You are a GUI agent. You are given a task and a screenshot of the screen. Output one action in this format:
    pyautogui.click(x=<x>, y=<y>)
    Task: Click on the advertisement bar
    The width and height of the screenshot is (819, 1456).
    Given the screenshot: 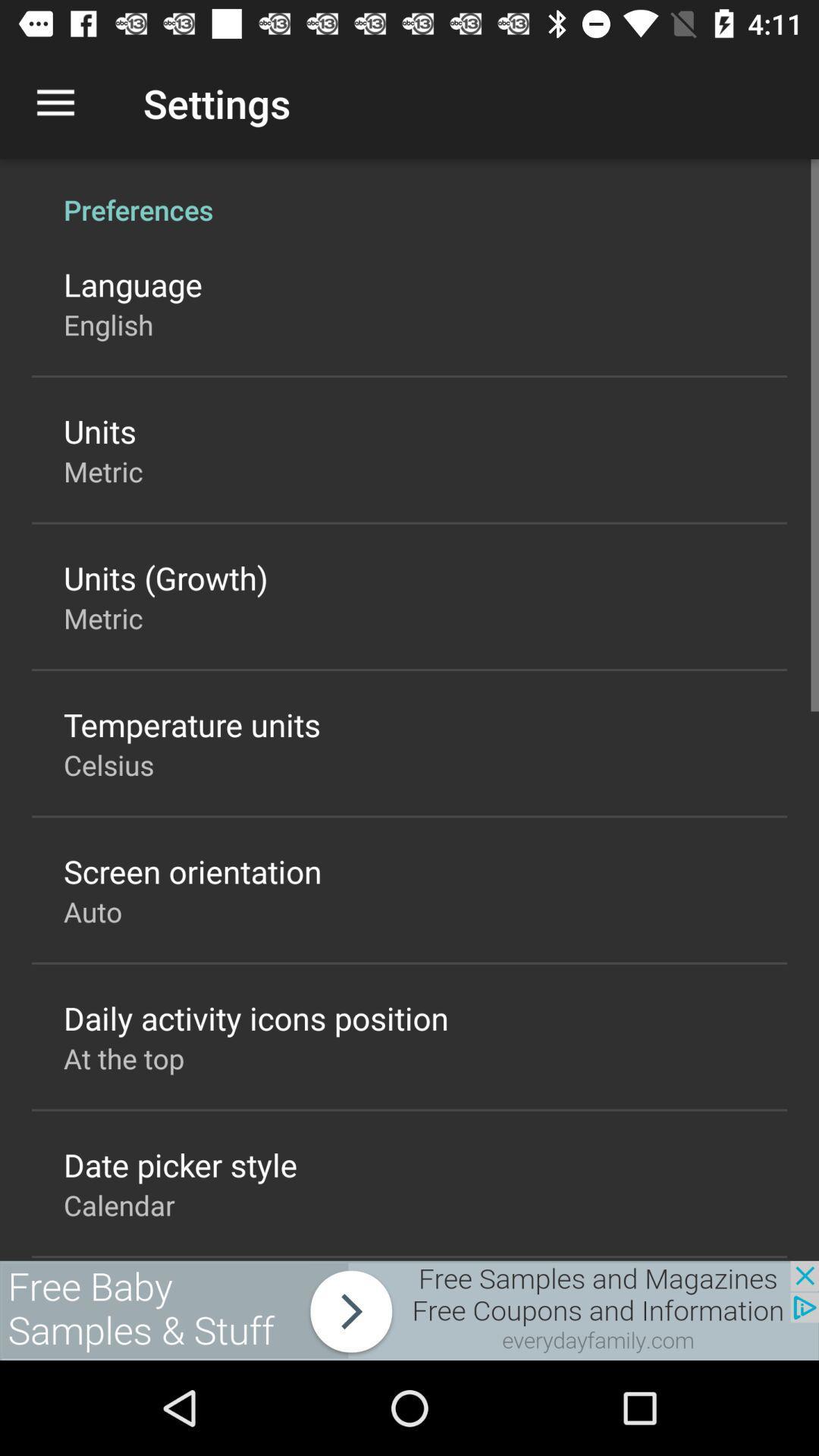 What is the action you would take?
    pyautogui.click(x=409, y=1310)
    